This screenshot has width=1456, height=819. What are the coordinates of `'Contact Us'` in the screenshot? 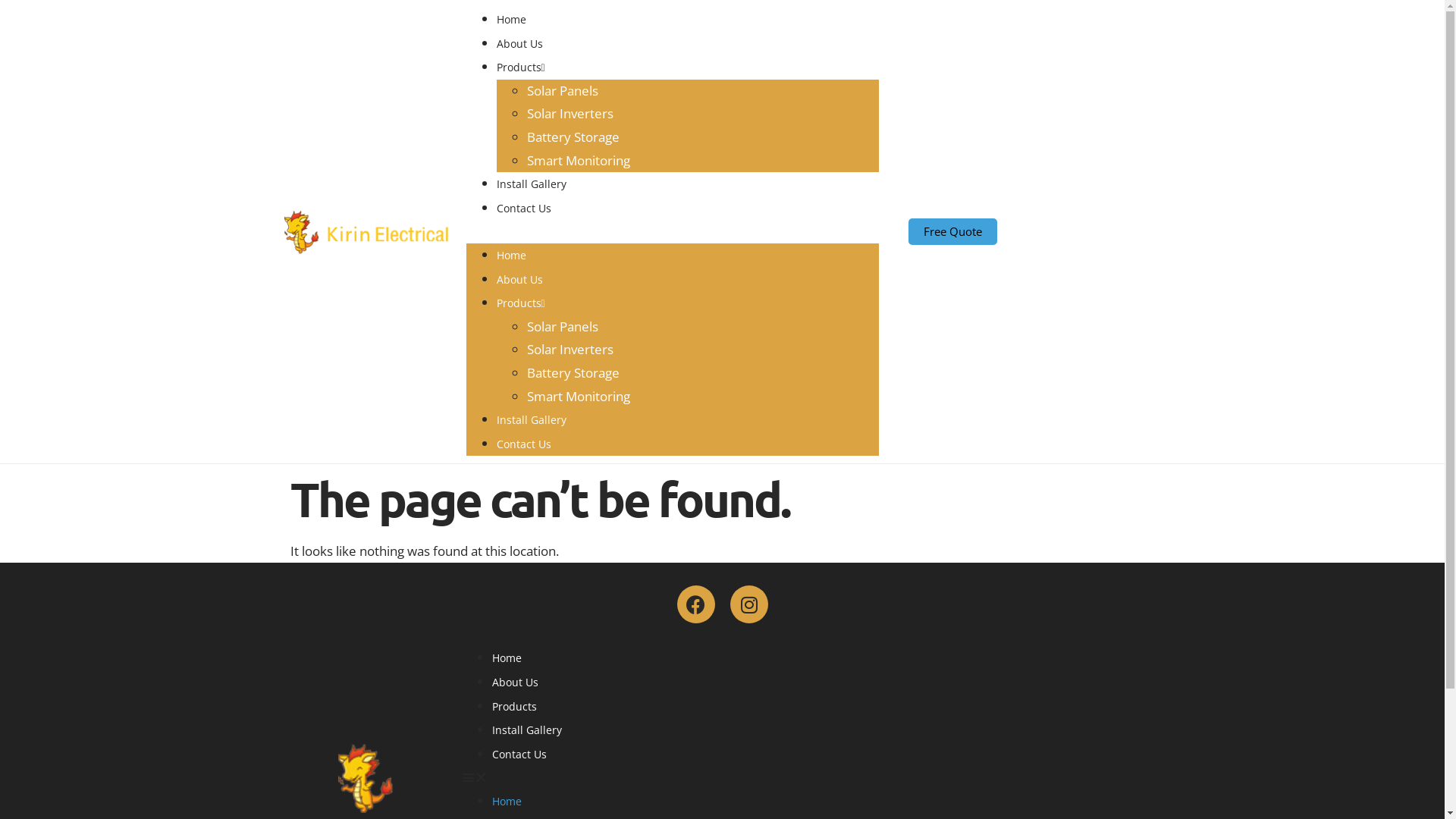 It's located at (523, 444).